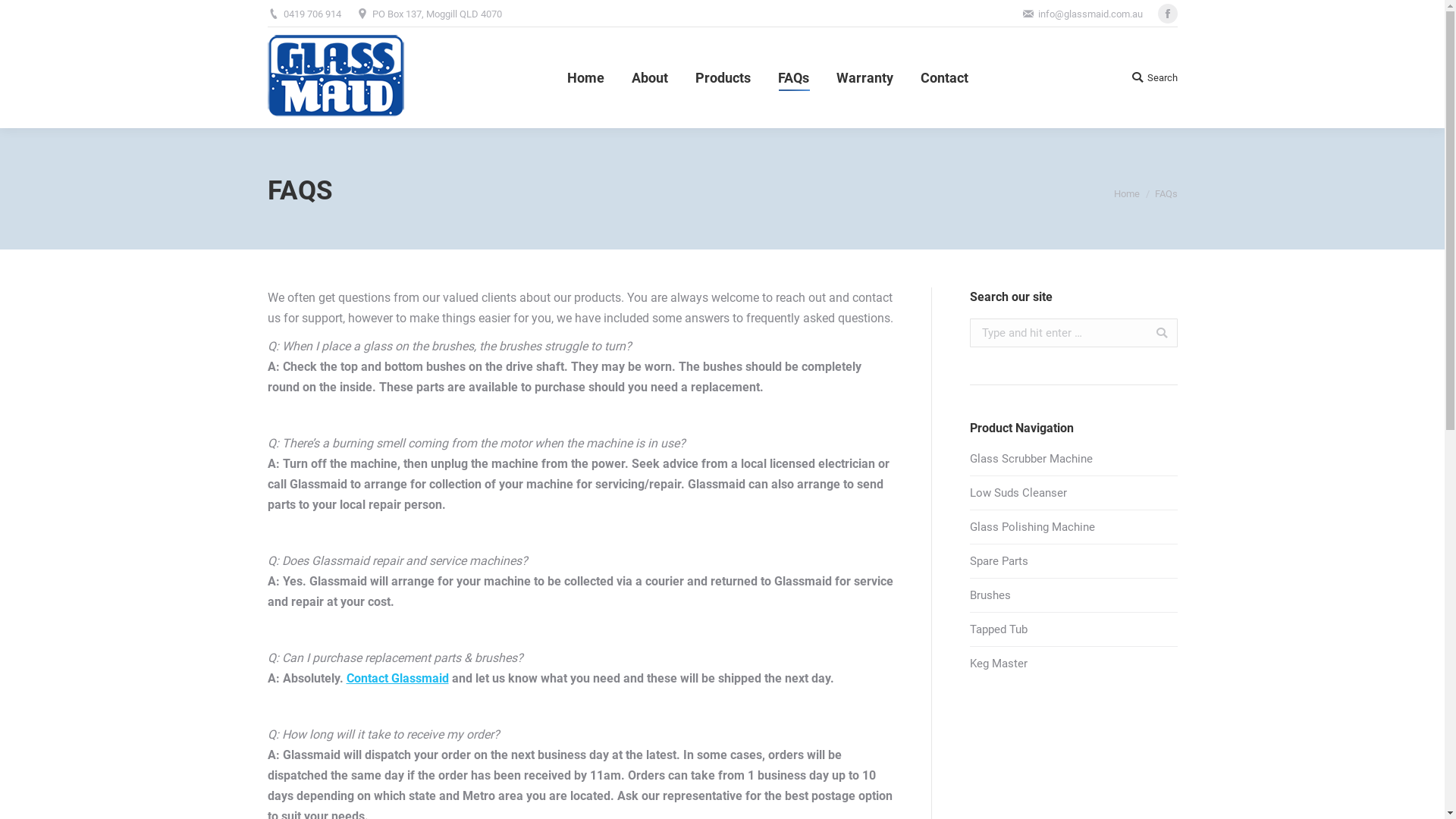 Image resolution: width=1456 pixels, height=819 pixels. What do you see at coordinates (691, 77) in the screenshot?
I see `'Products'` at bounding box center [691, 77].